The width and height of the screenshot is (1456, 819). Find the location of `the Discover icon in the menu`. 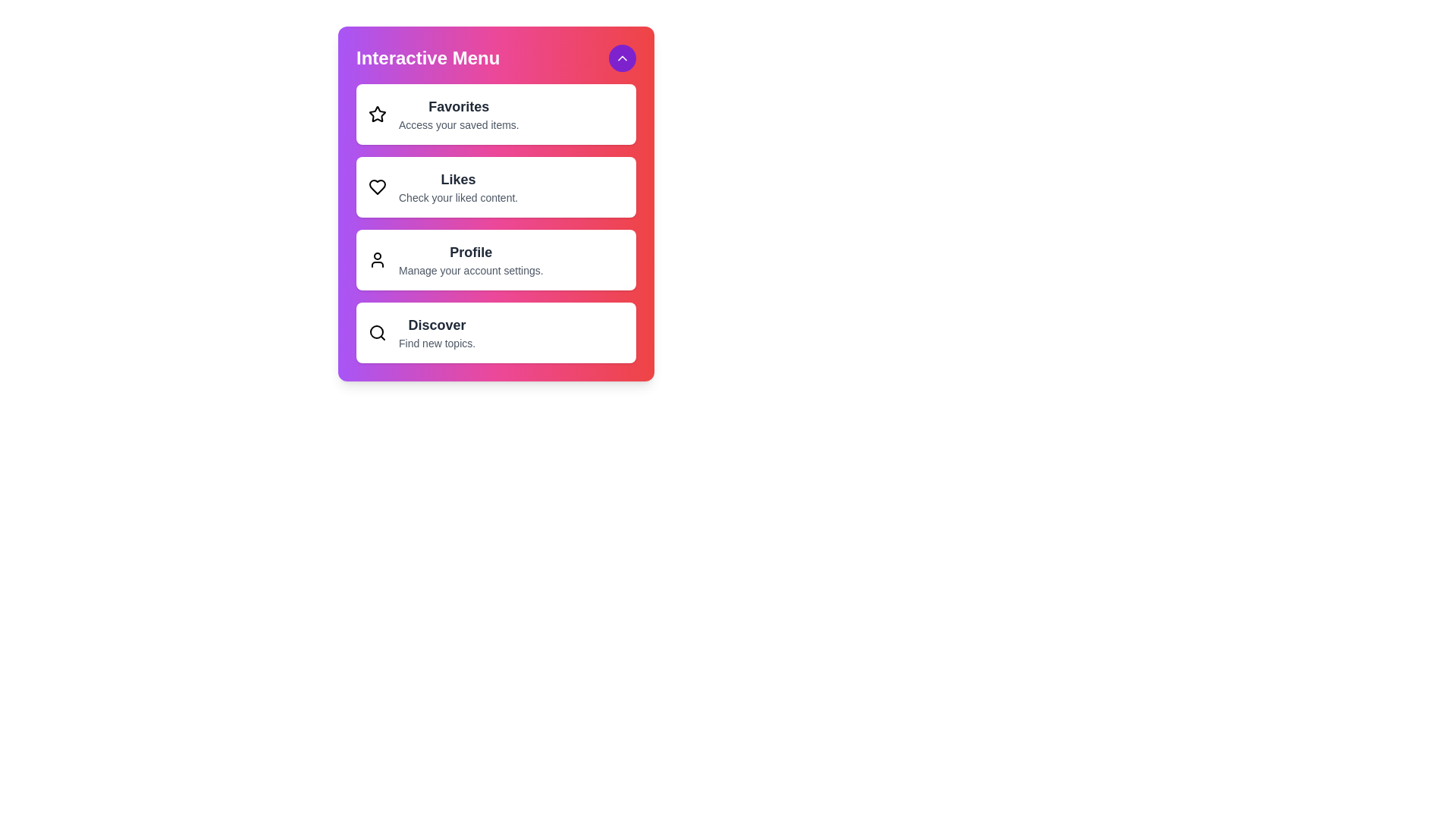

the Discover icon in the menu is located at coordinates (378, 332).